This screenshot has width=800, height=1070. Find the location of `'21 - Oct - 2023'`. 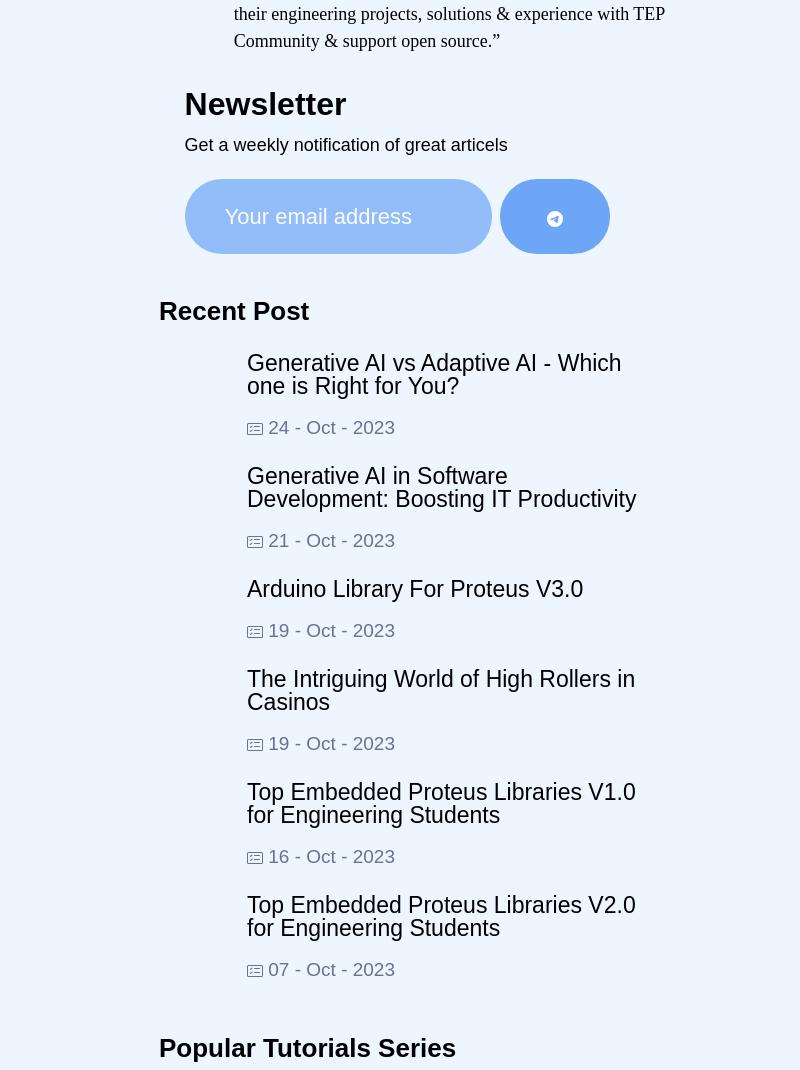

'21 - Oct - 2023' is located at coordinates (328, 538).